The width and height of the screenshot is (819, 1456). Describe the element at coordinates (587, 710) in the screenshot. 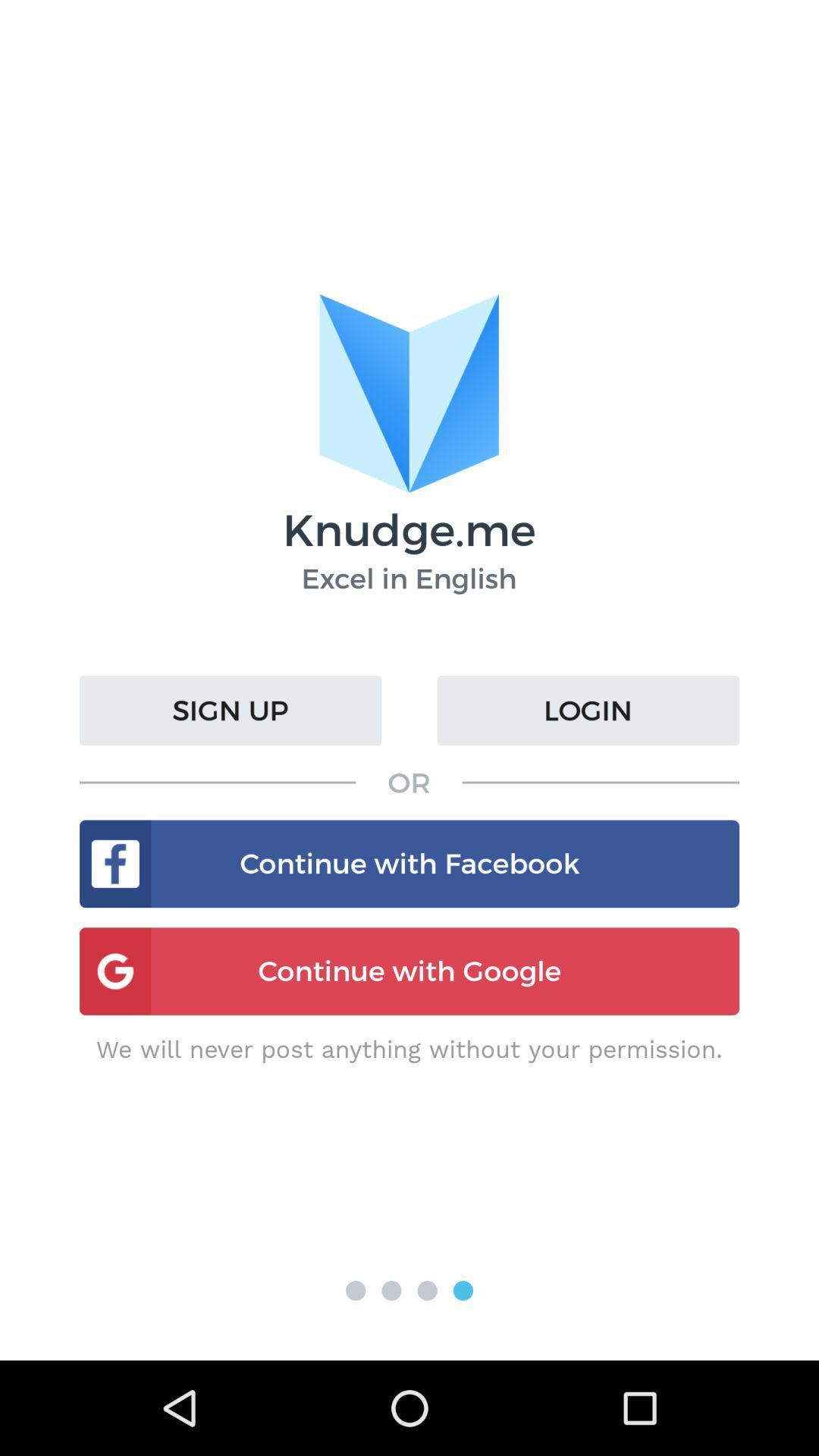

I see `the icon above or icon` at that location.